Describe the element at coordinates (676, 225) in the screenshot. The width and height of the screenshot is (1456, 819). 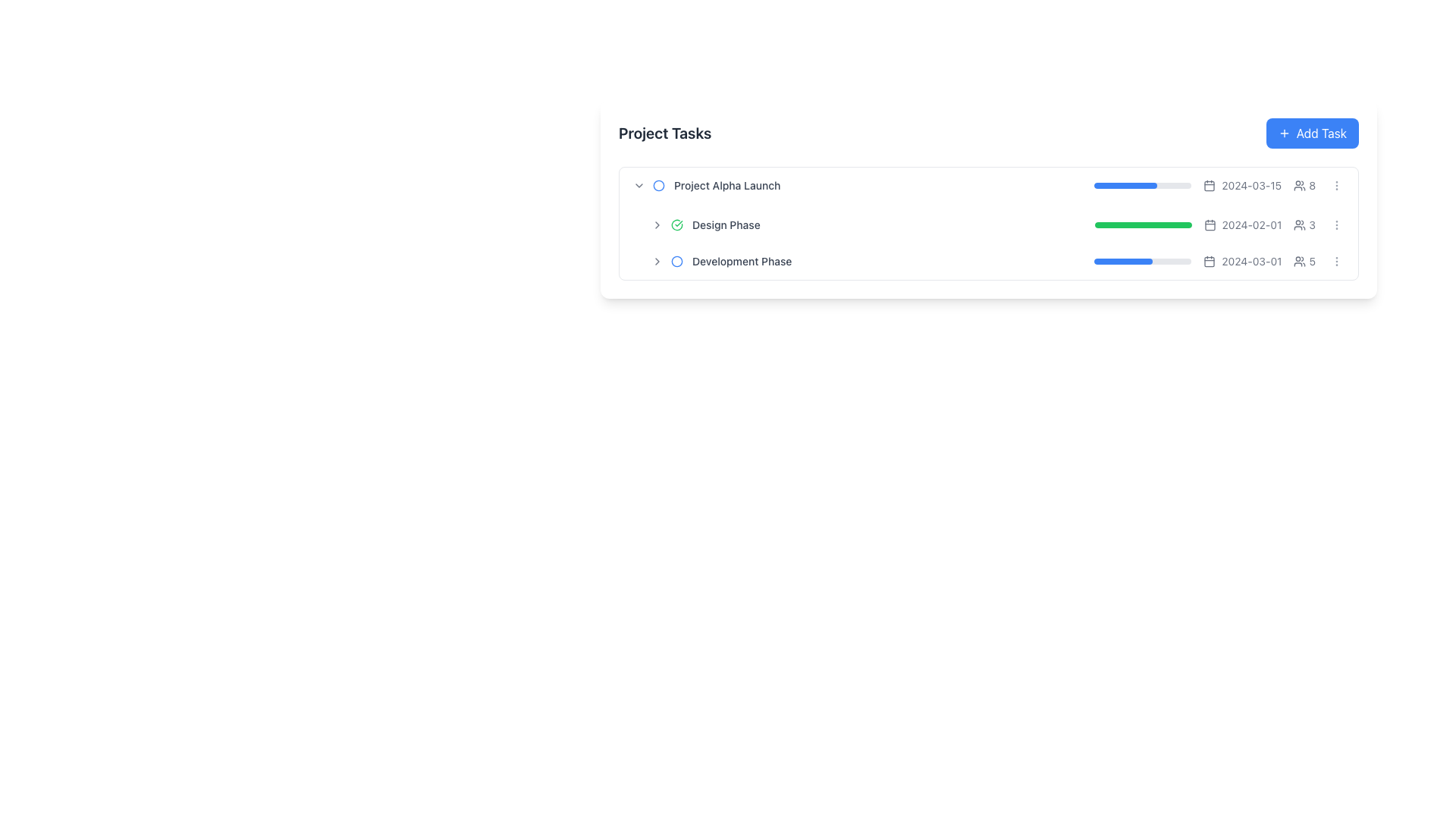
I see `the completion status icon located to the left of the 'Design Phase' text label to interact with it` at that location.